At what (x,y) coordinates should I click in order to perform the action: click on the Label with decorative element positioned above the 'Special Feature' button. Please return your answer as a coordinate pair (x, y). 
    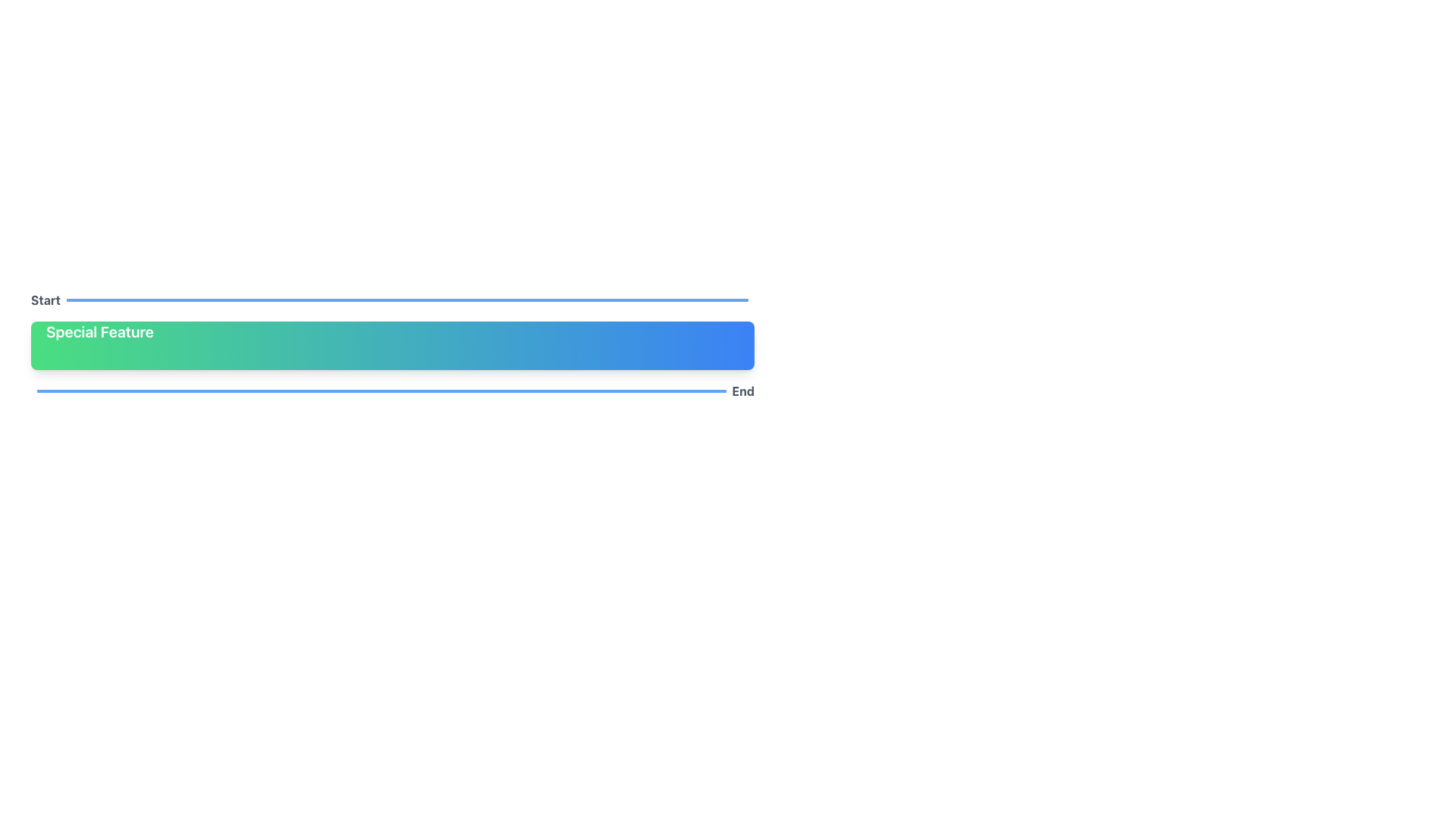
    Looking at the image, I should click on (393, 300).